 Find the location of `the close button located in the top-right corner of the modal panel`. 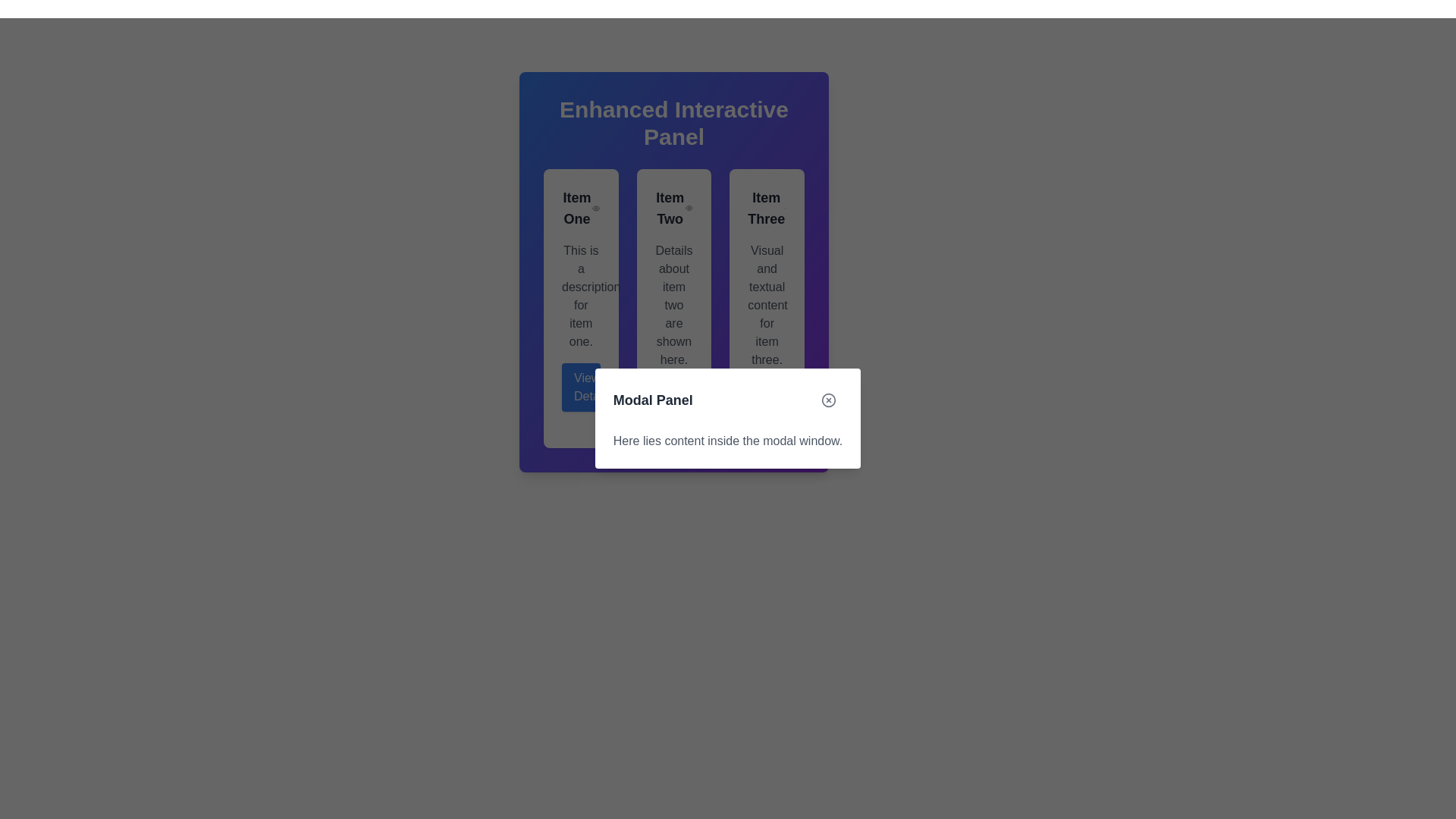

the close button located in the top-right corner of the modal panel is located at coordinates (828, 400).